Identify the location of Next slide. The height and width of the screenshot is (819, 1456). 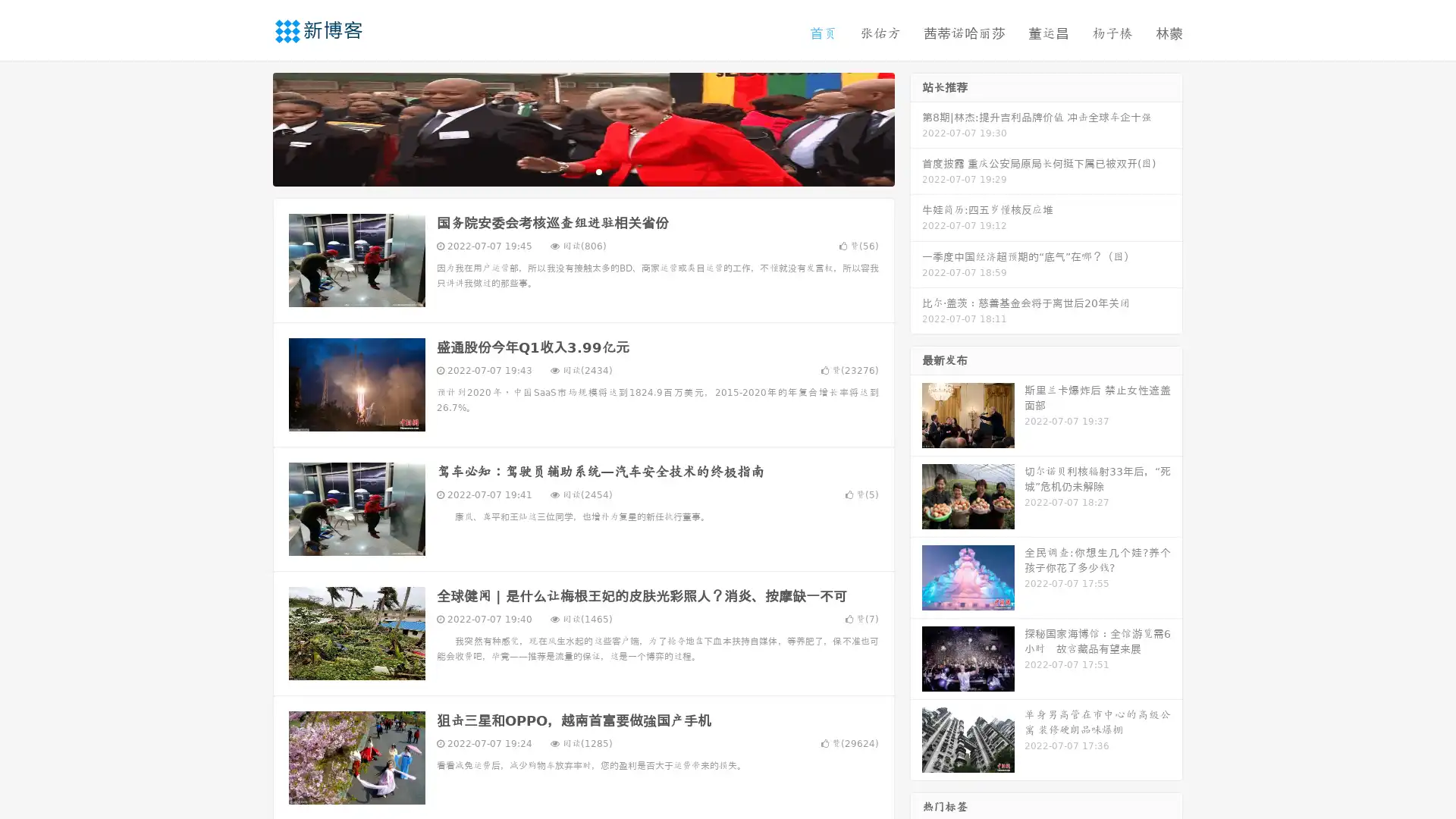
(916, 127).